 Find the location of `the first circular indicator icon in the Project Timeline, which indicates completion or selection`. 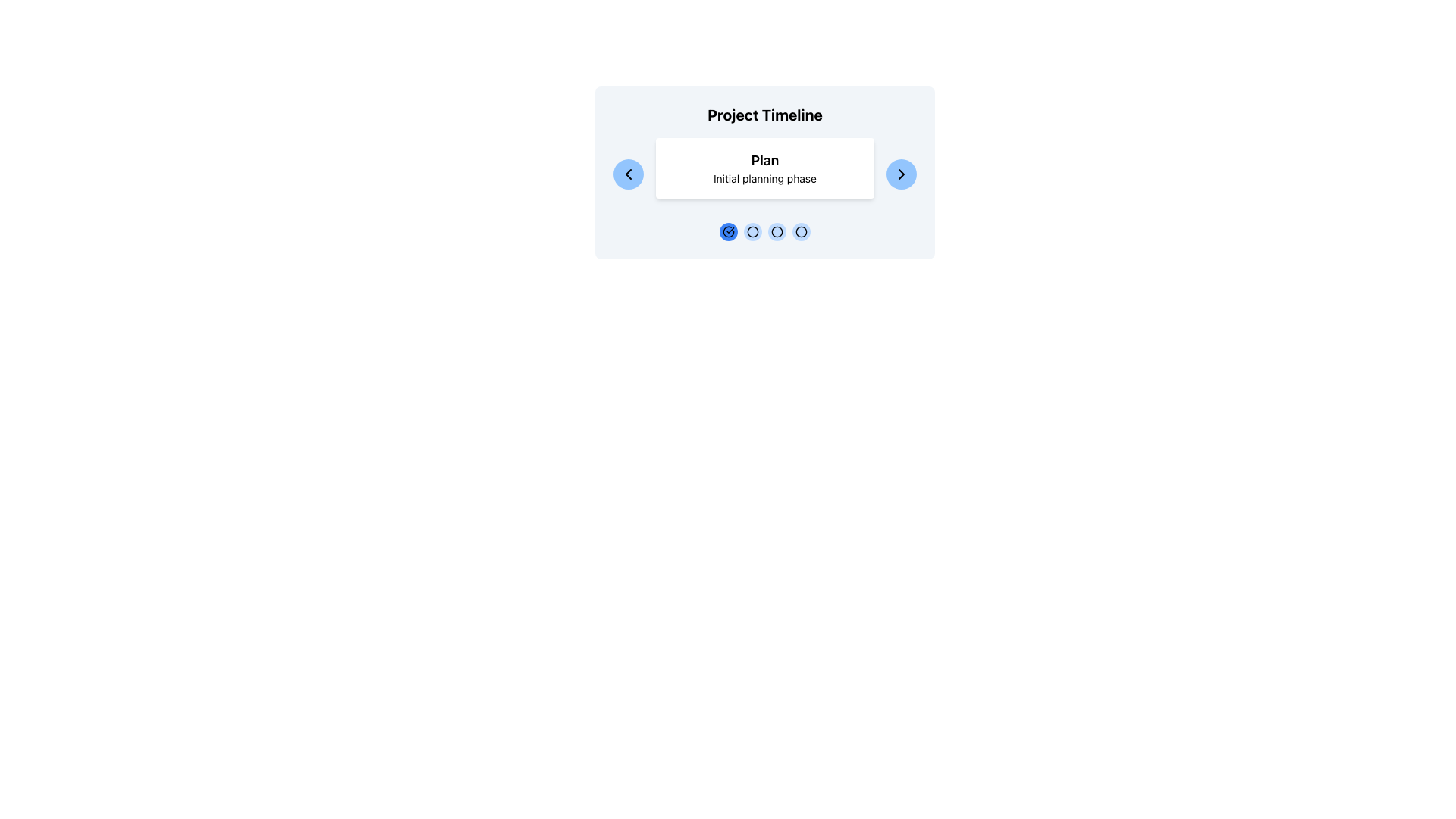

the first circular indicator icon in the Project Timeline, which indicates completion or selection is located at coordinates (728, 231).